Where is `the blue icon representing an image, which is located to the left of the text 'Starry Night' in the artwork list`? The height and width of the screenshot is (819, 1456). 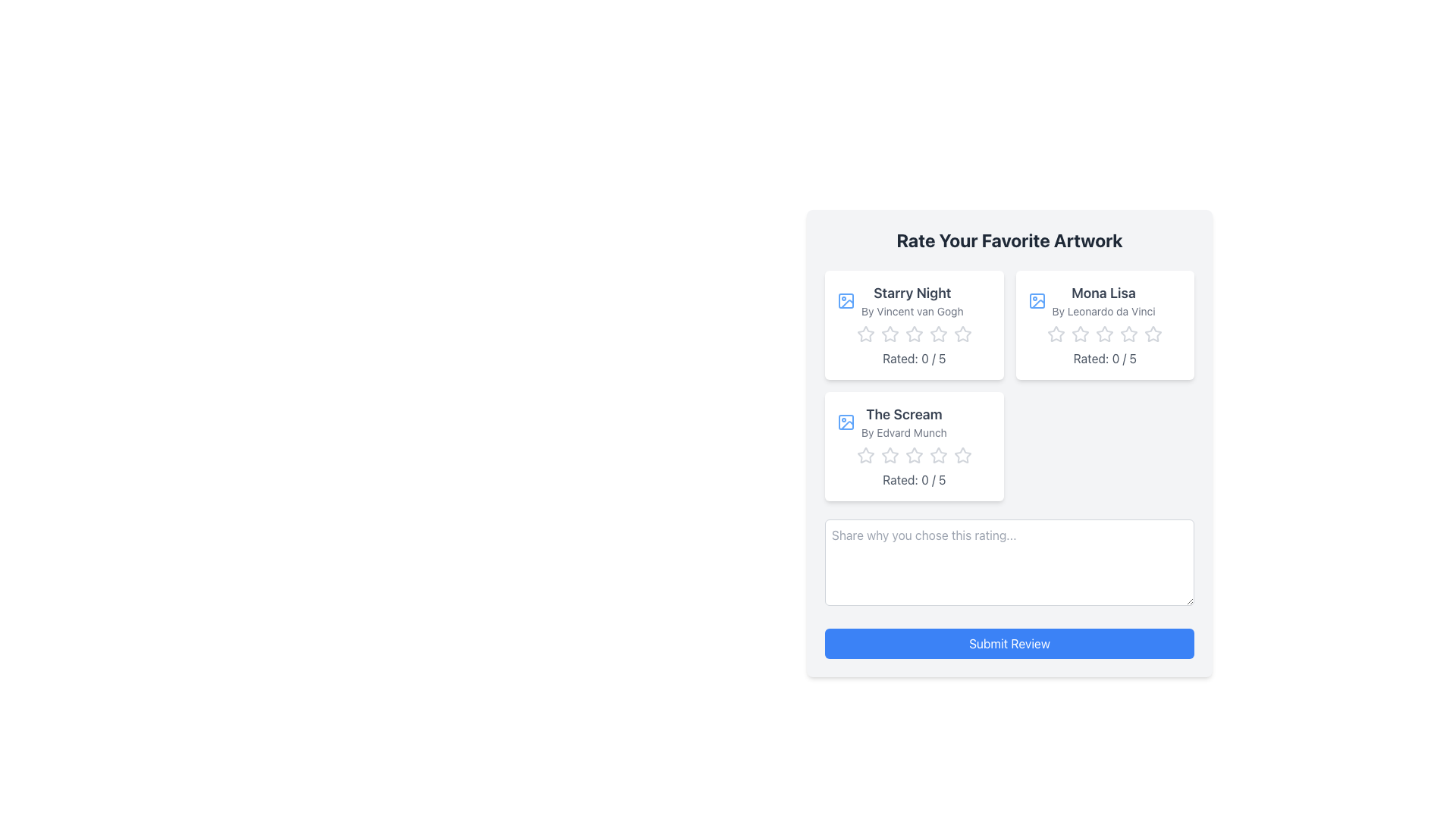 the blue icon representing an image, which is located to the left of the text 'Starry Night' in the artwork list is located at coordinates (846, 301).